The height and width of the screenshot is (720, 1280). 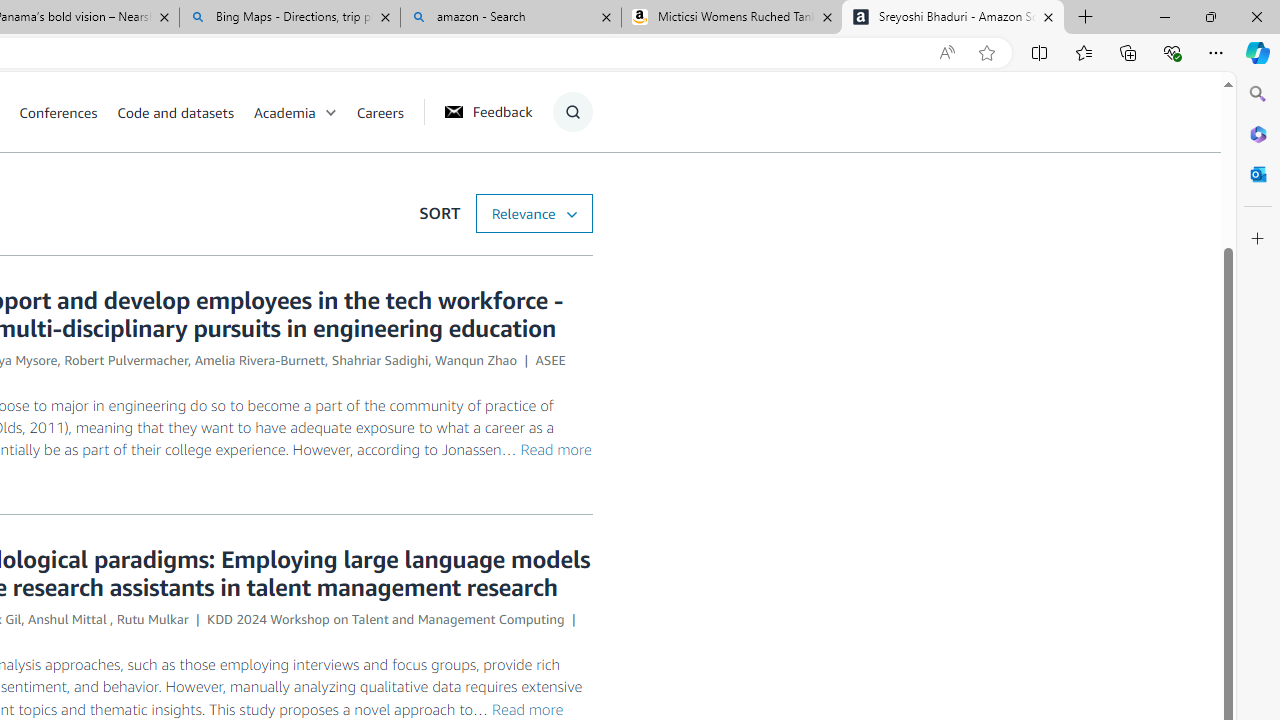 I want to click on 'Show Search Form', so click(x=571, y=111).